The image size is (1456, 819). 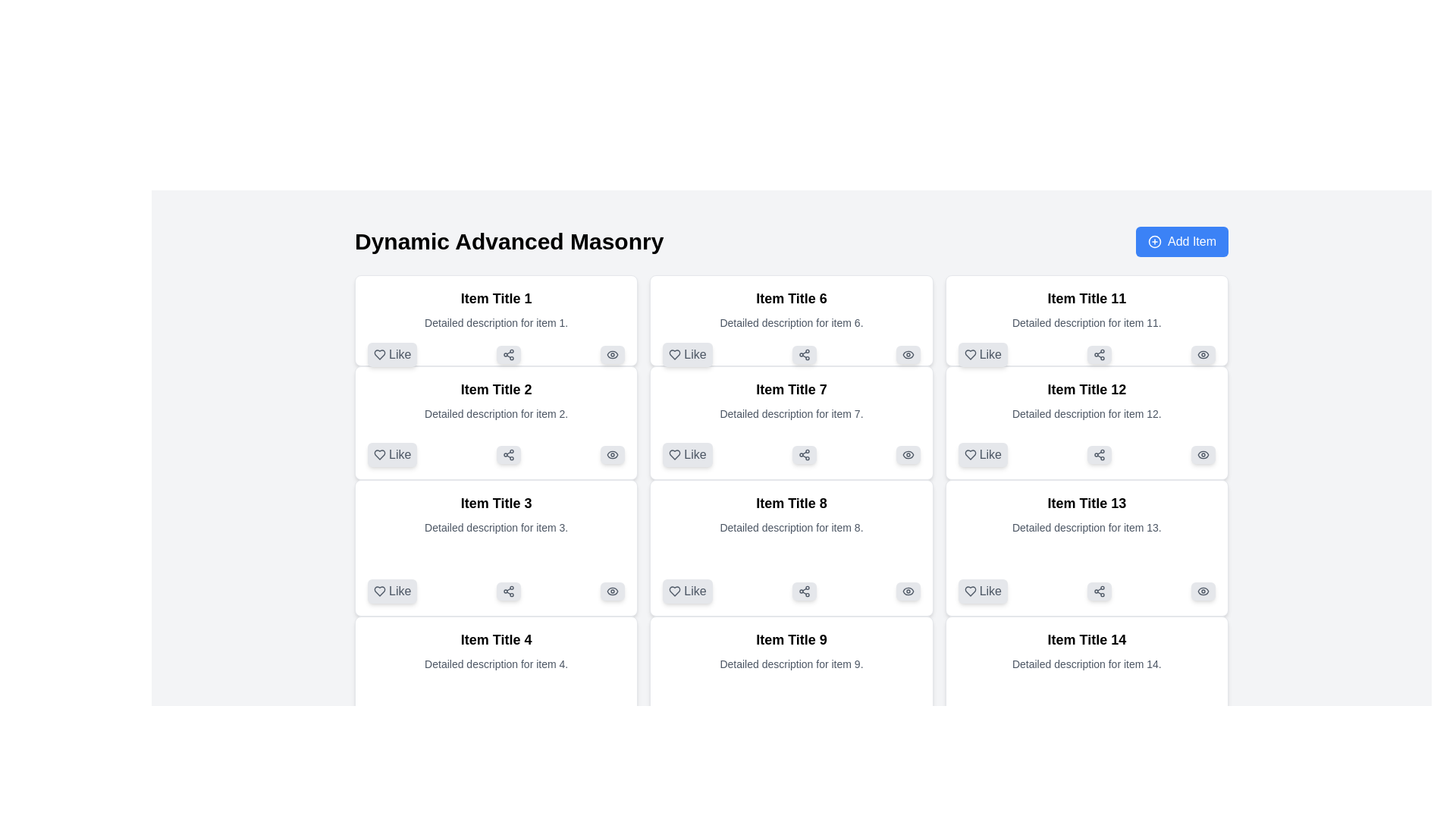 What do you see at coordinates (674, 590) in the screenshot?
I see `the center of the heart-shaped 'like' icon associated with 'Item Title 8'` at bounding box center [674, 590].